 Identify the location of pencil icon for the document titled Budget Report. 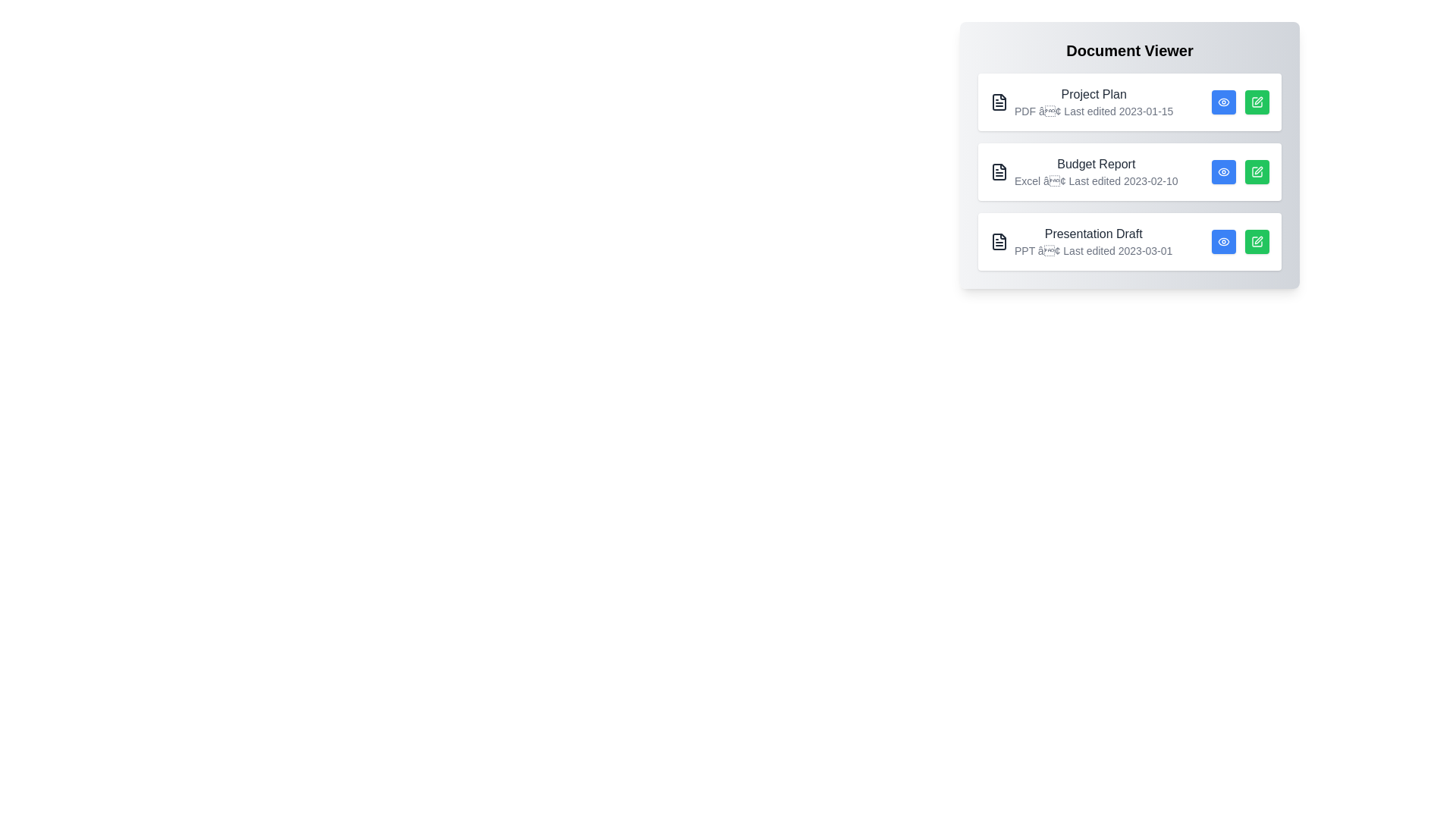
(1257, 171).